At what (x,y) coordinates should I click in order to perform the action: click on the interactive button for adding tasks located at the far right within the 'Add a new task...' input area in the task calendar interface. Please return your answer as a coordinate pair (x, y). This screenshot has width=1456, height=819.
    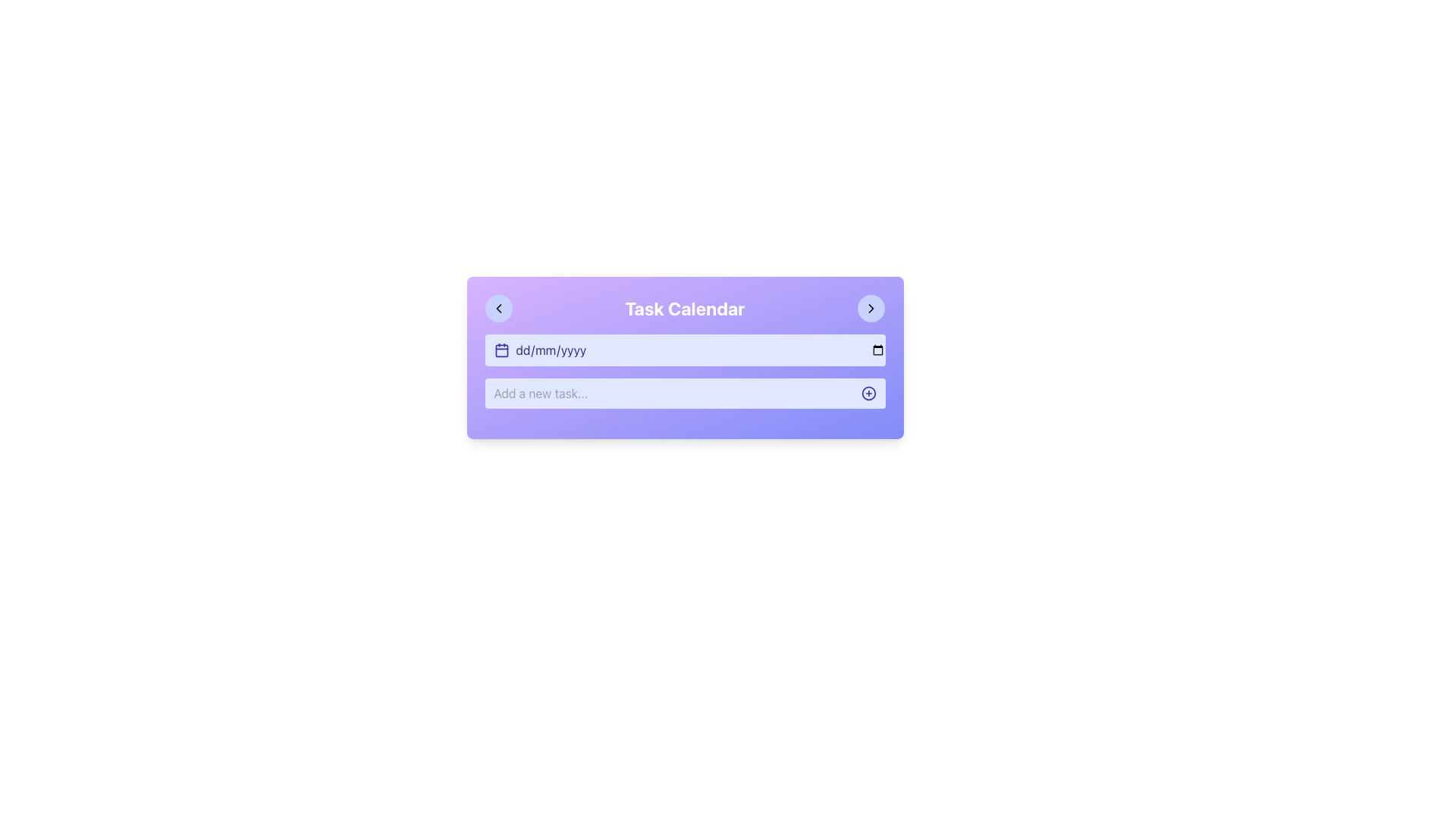
    Looking at the image, I should click on (868, 393).